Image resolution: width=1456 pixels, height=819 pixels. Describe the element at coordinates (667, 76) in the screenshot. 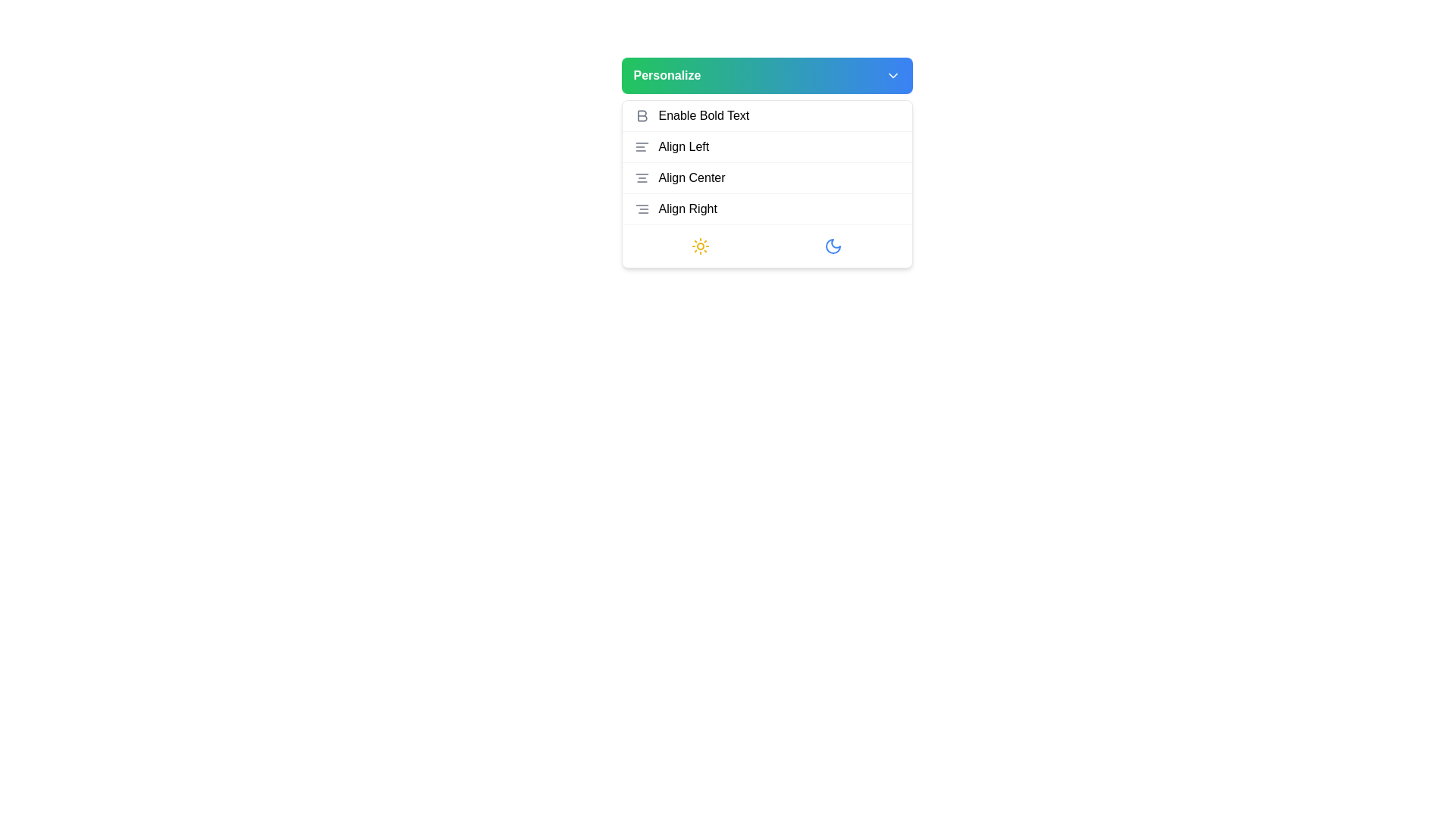

I see `text label within the button located at the top of the interface, positioned on the left side next to an SVG icon` at that location.